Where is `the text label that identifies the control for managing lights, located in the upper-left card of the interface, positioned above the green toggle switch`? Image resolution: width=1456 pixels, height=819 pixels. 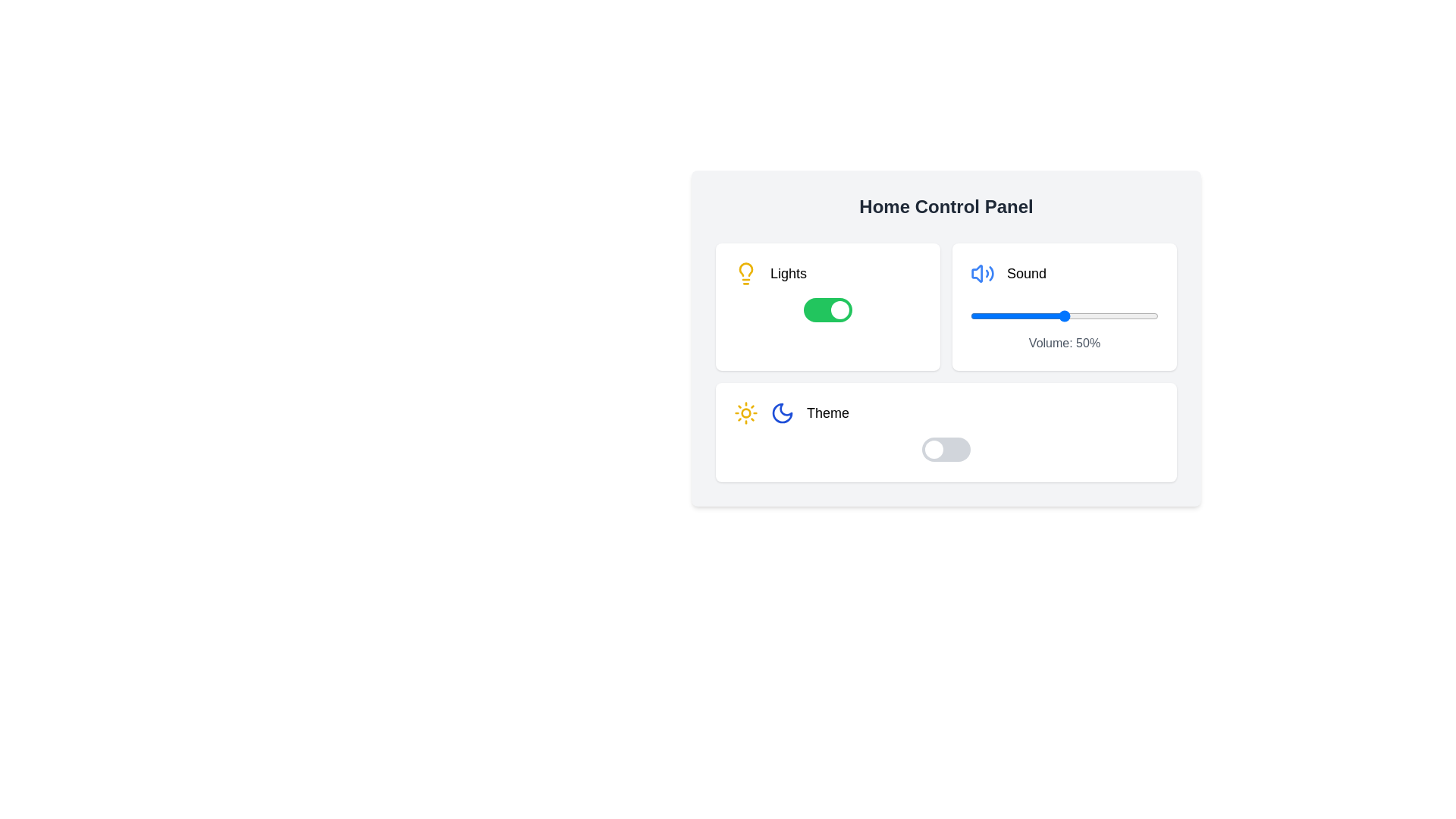
the text label that identifies the control for managing lights, located in the upper-left card of the interface, positioned above the green toggle switch is located at coordinates (789, 274).